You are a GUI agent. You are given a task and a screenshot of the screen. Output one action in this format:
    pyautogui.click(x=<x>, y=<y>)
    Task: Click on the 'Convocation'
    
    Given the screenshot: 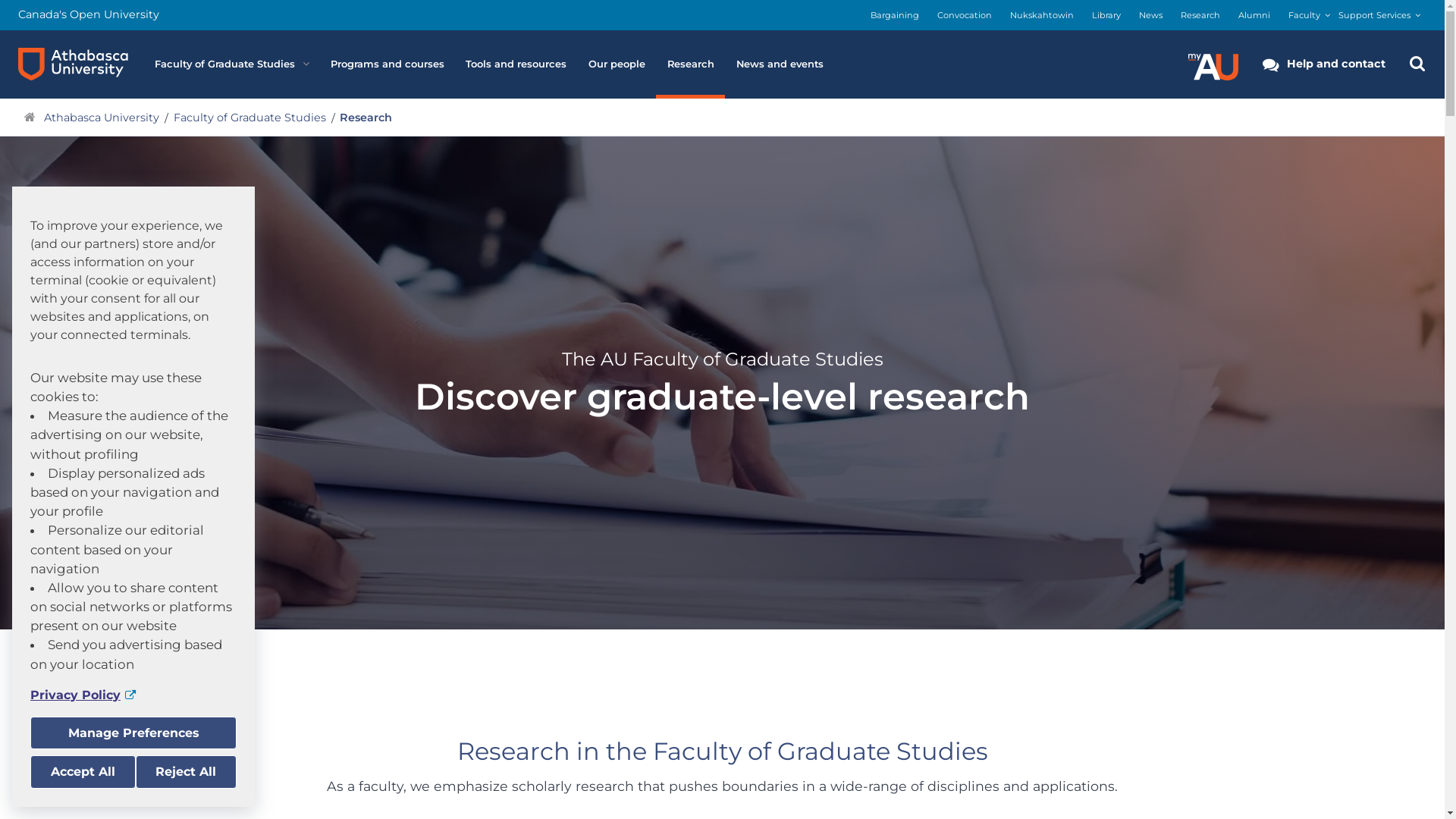 What is the action you would take?
    pyautogui.click(x=964, y=15)
    